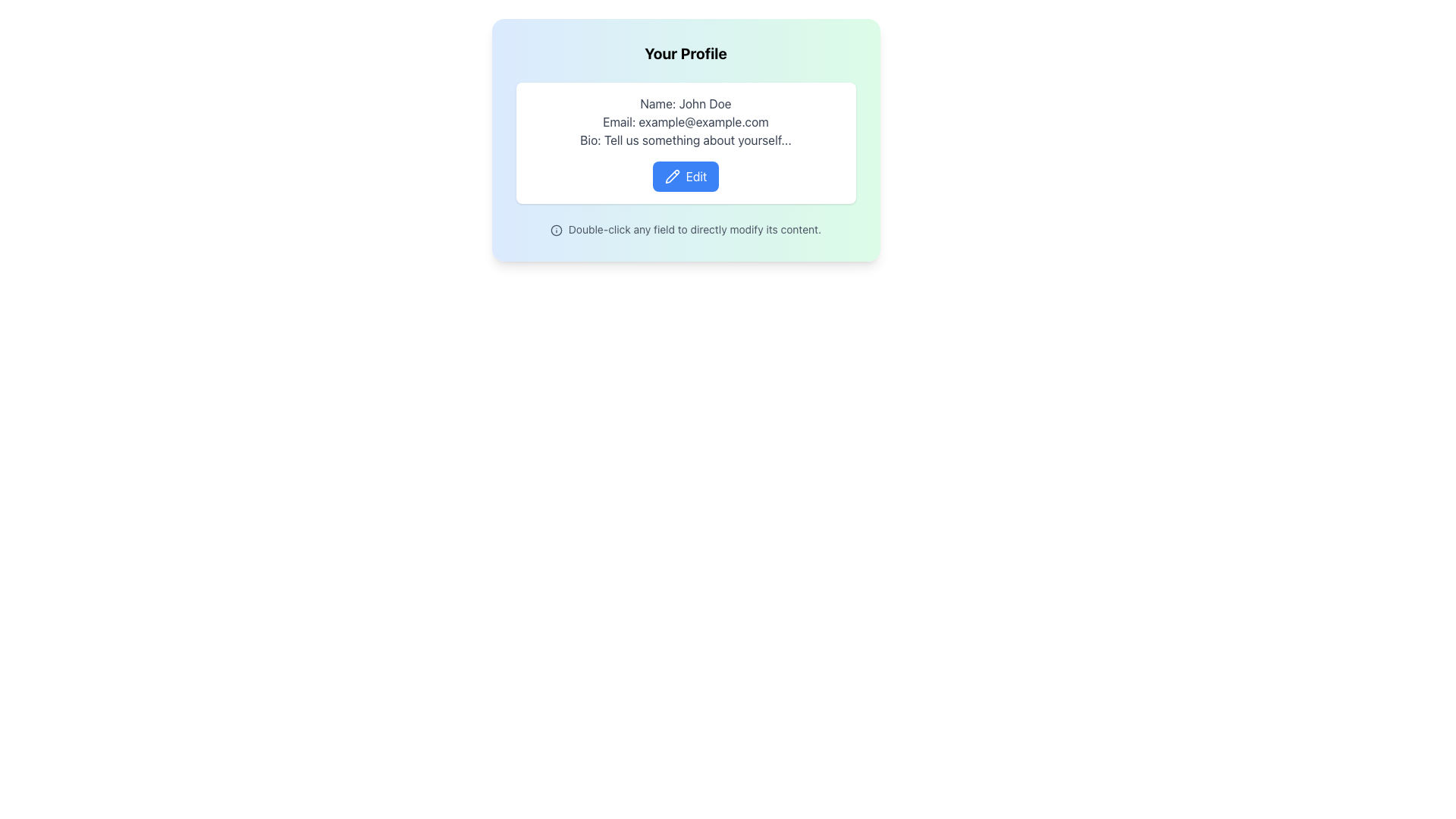  What do you see at coordinates (685, 230) in the screenshot?
I see `the informative text located at the bottom of the card UI component, just below the 'Edit' button, to trigger any potential tooltip` at bounding box center [685, 230].